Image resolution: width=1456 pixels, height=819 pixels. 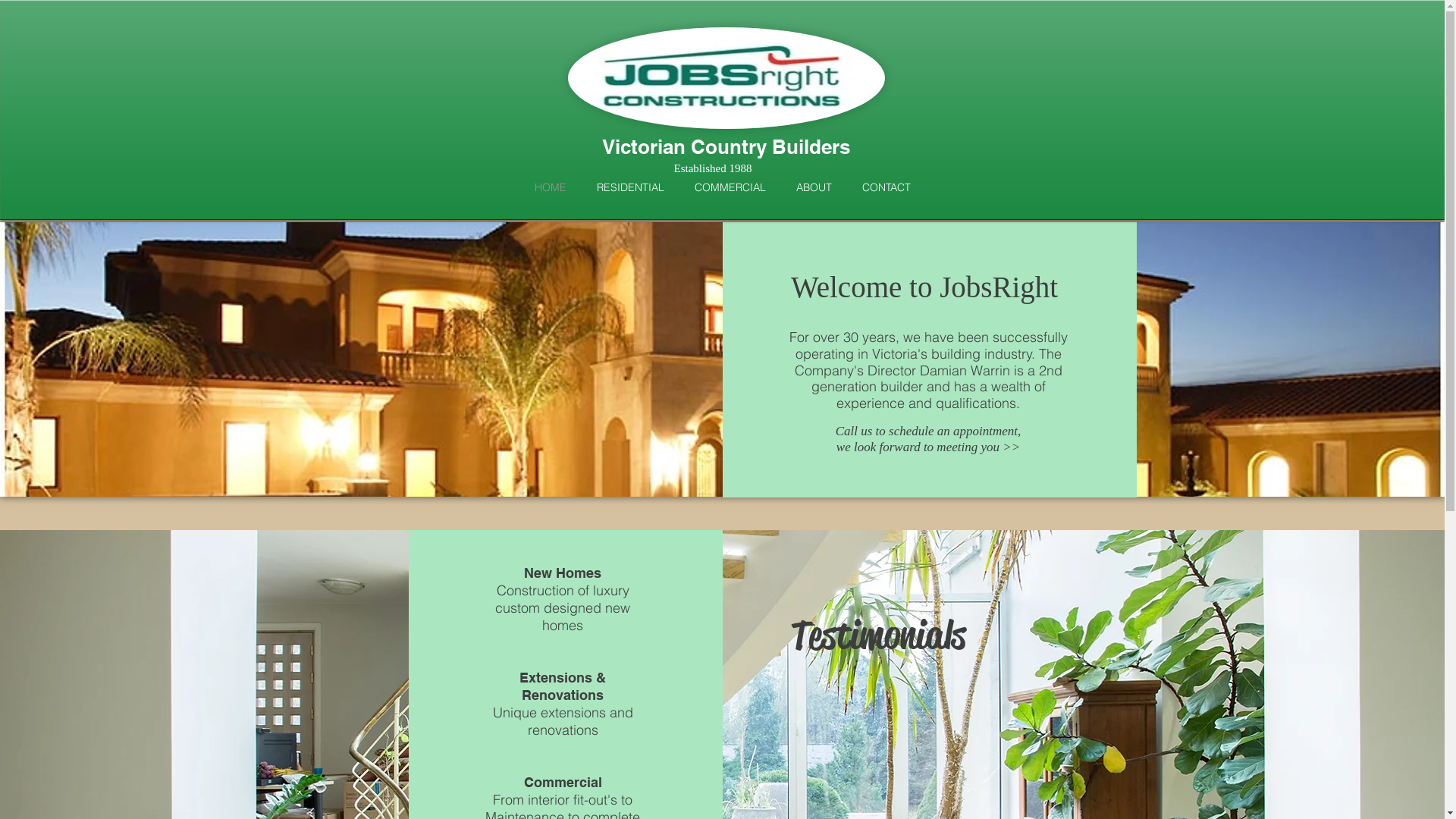 What do you see at coordinates (730, 185) in the screenshot?
I see `'COMMERCIAL'` at bounding box center [730, 185].